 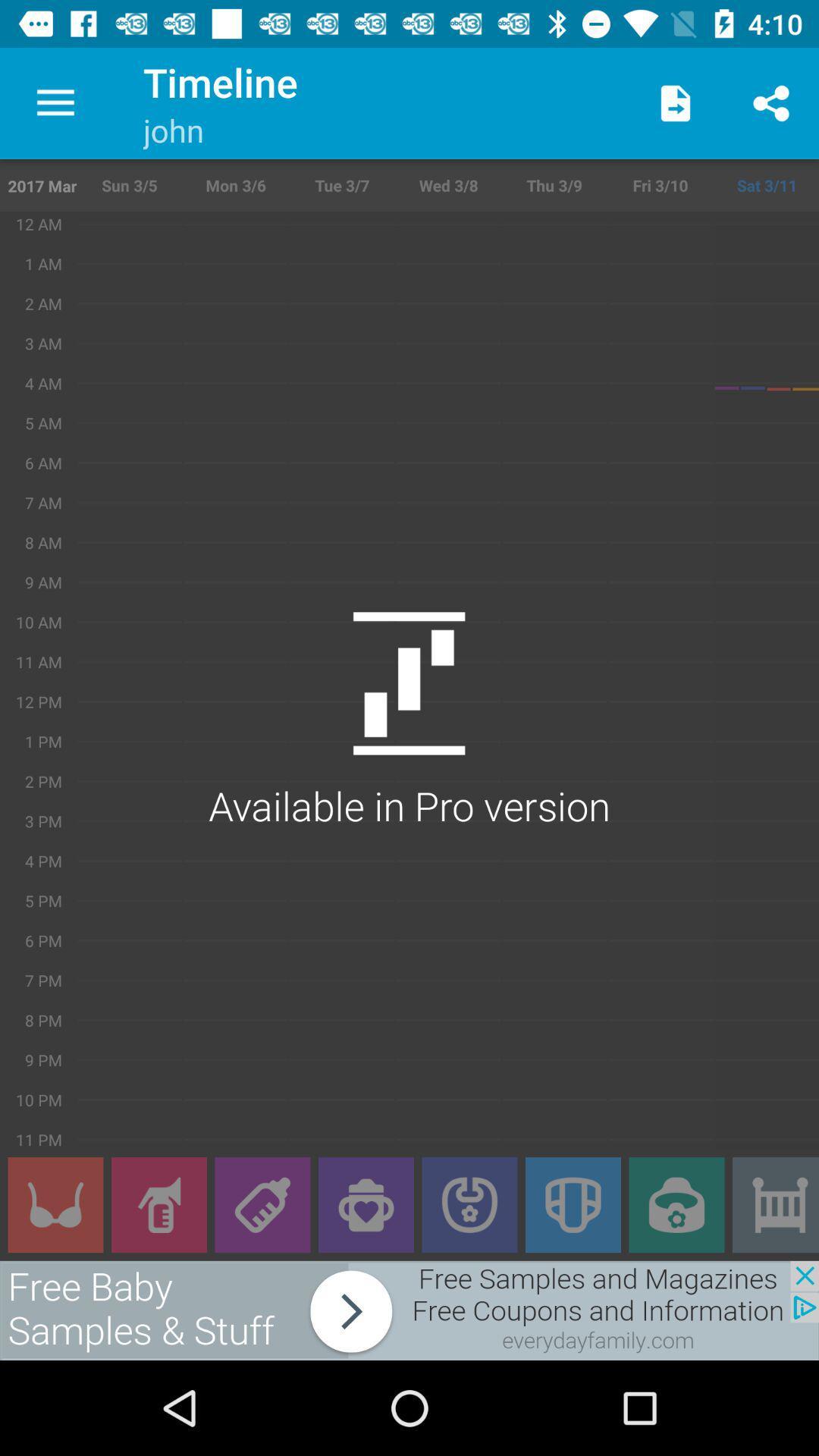 I want to click on item, so click(x=775, y=1204).